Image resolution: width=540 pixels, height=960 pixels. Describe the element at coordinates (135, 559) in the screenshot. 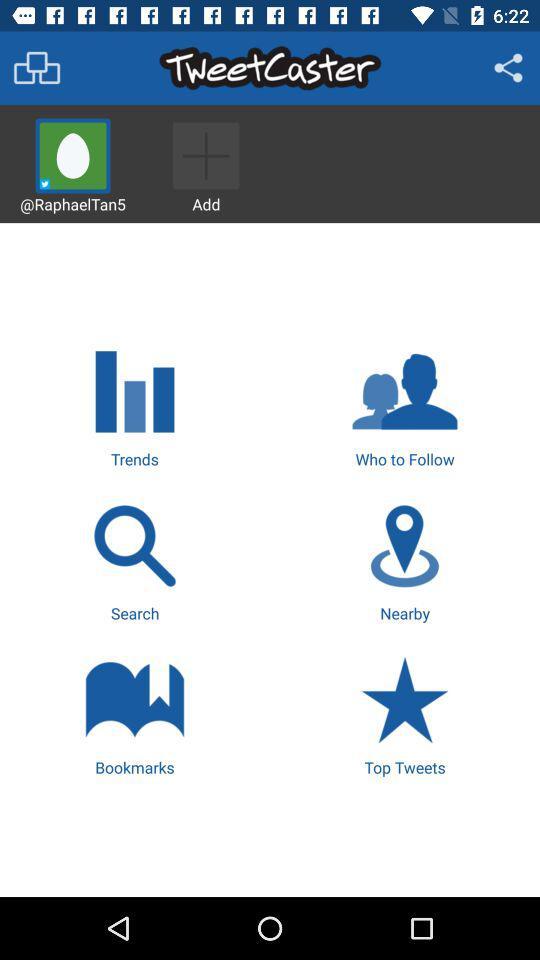

I see `search` at that location.